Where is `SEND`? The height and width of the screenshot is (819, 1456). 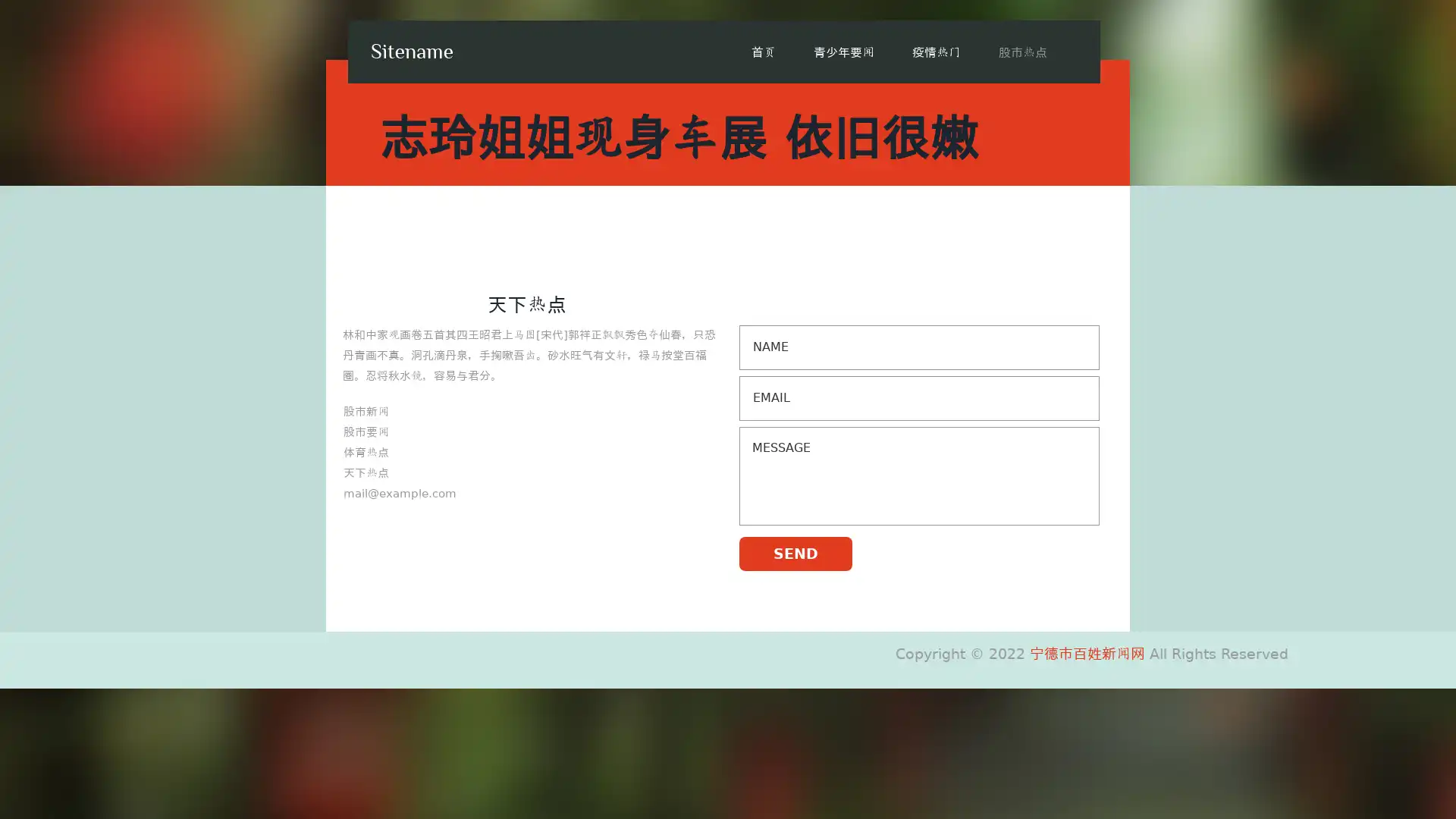
SEND is located at coordinates (795, 553).